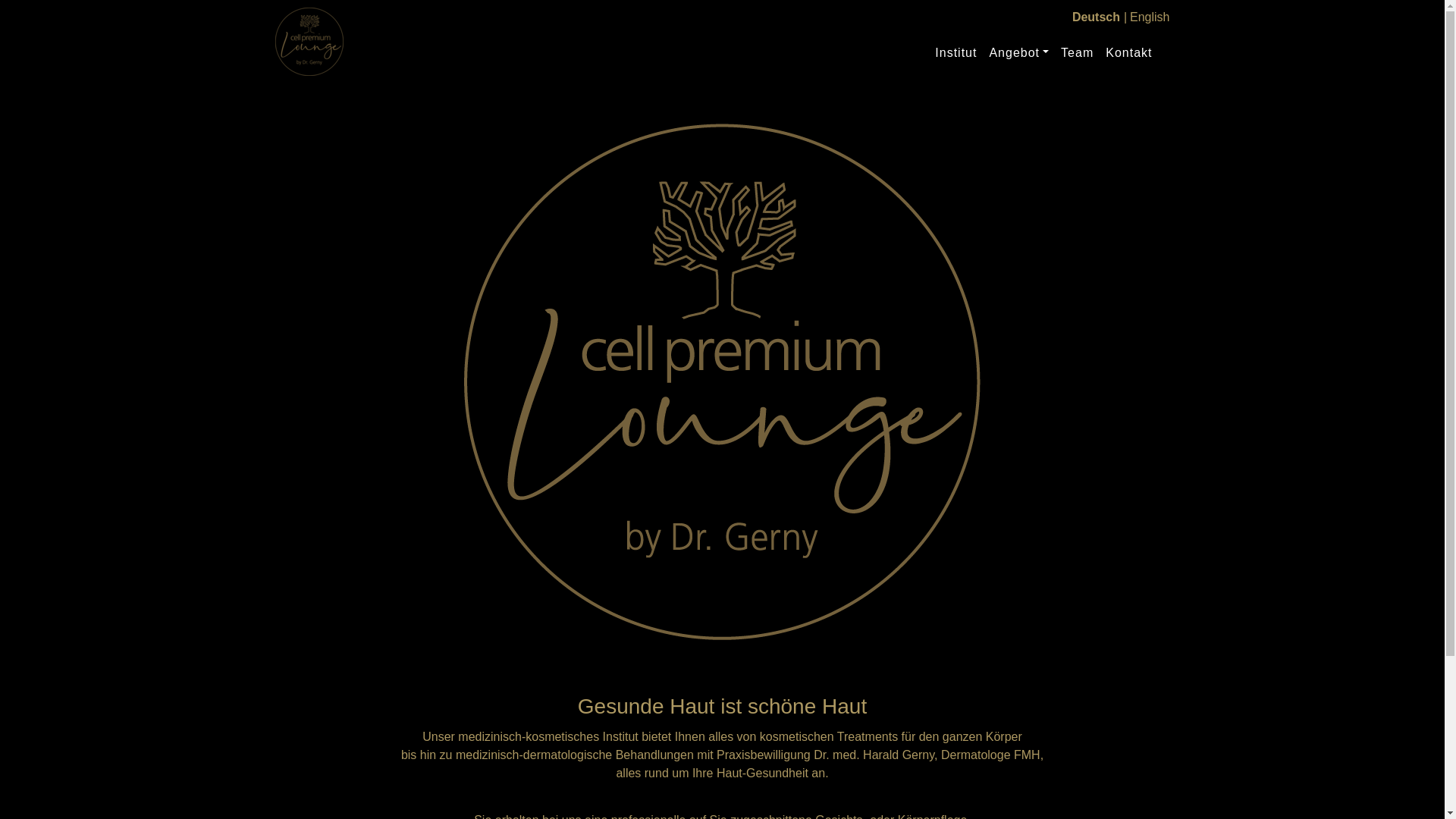 The width and height of the screenshot is (1456, 819). I want to click on 'Kontakt', so click(1128, 52).